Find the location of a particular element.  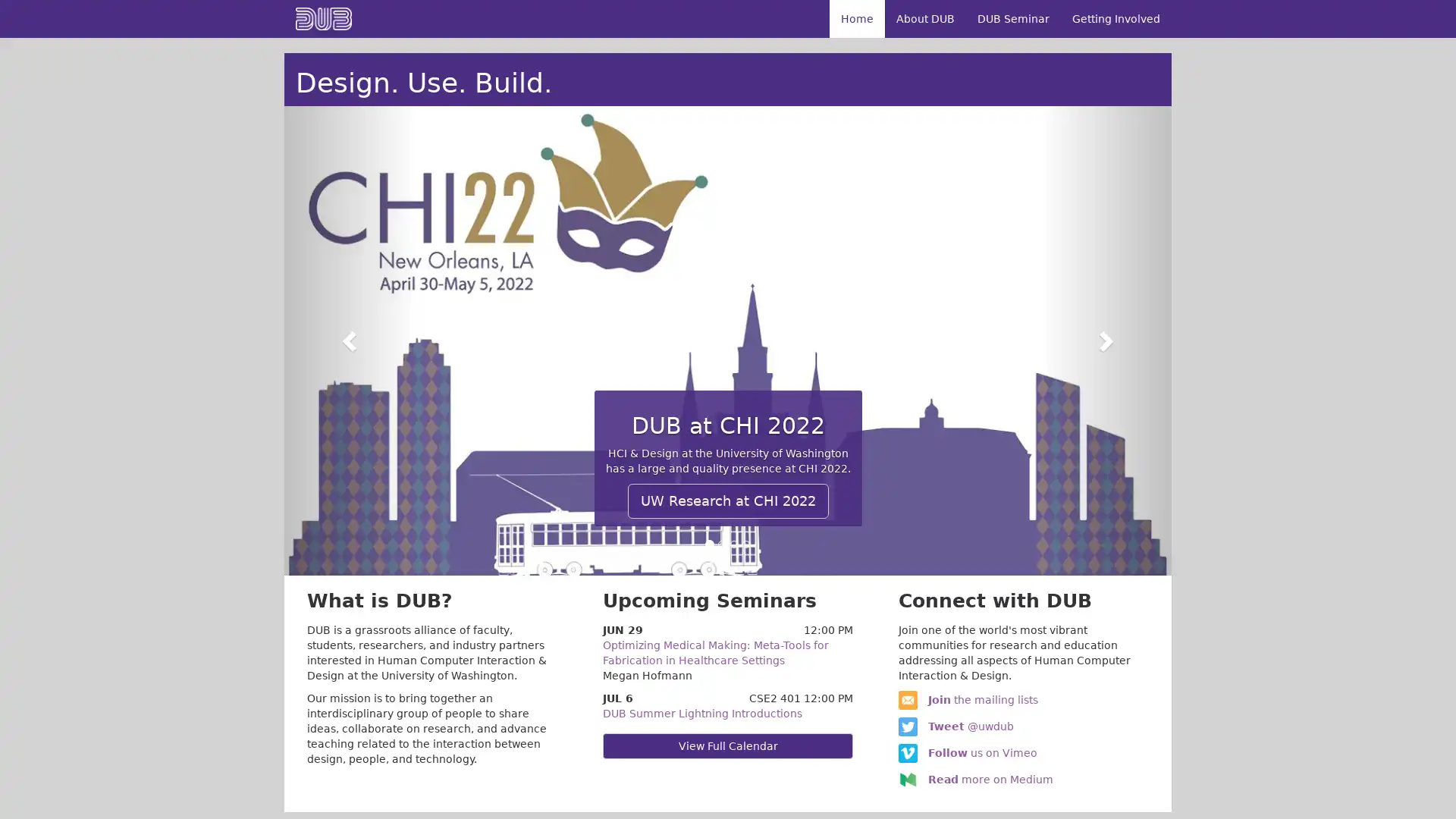

Previous is located at coordinates (350, 339).